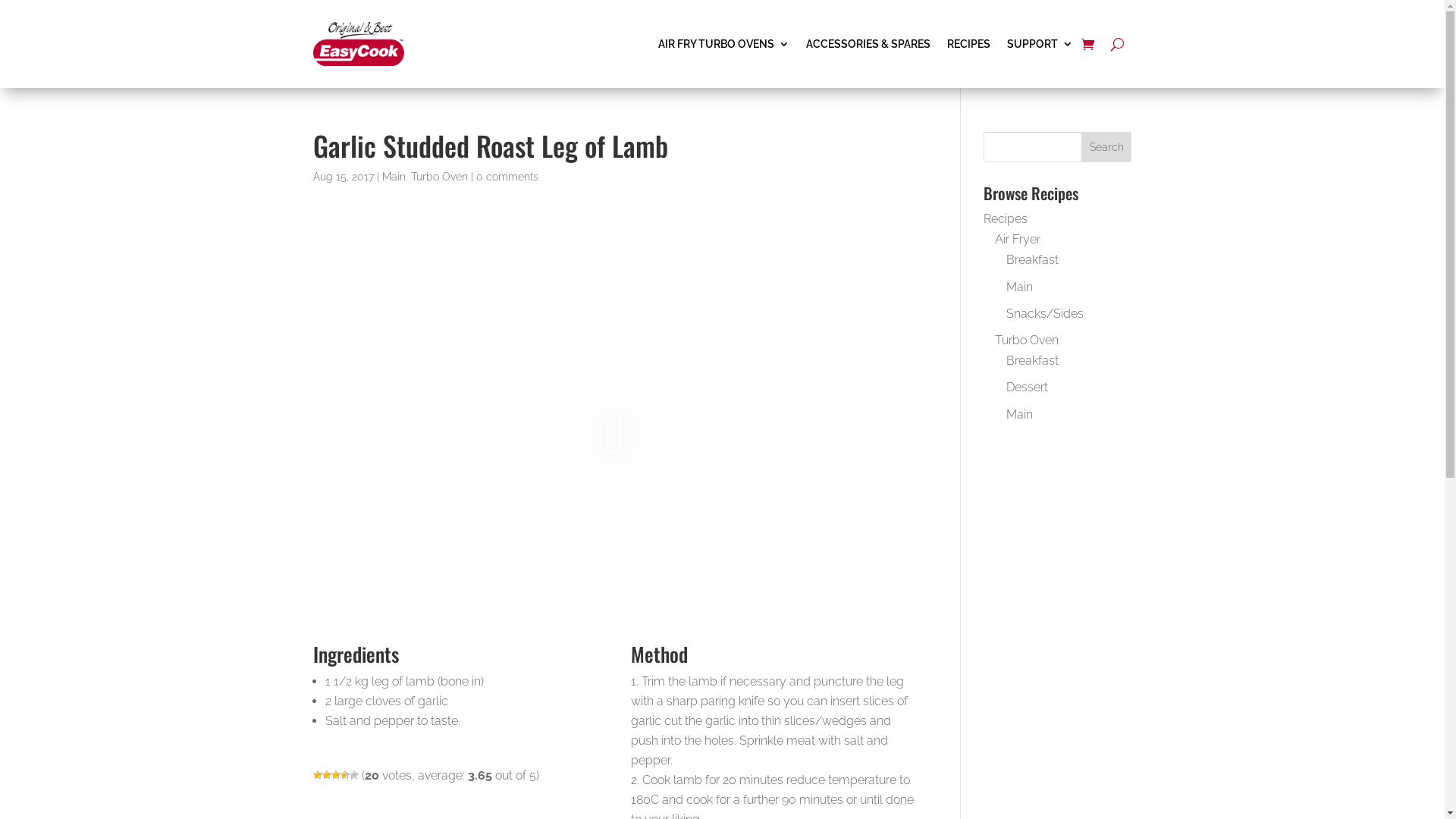  What do you see at coordinates (1019, 287) in the screenshot?
I see `'Main'` at bounding box center [1019, 287].